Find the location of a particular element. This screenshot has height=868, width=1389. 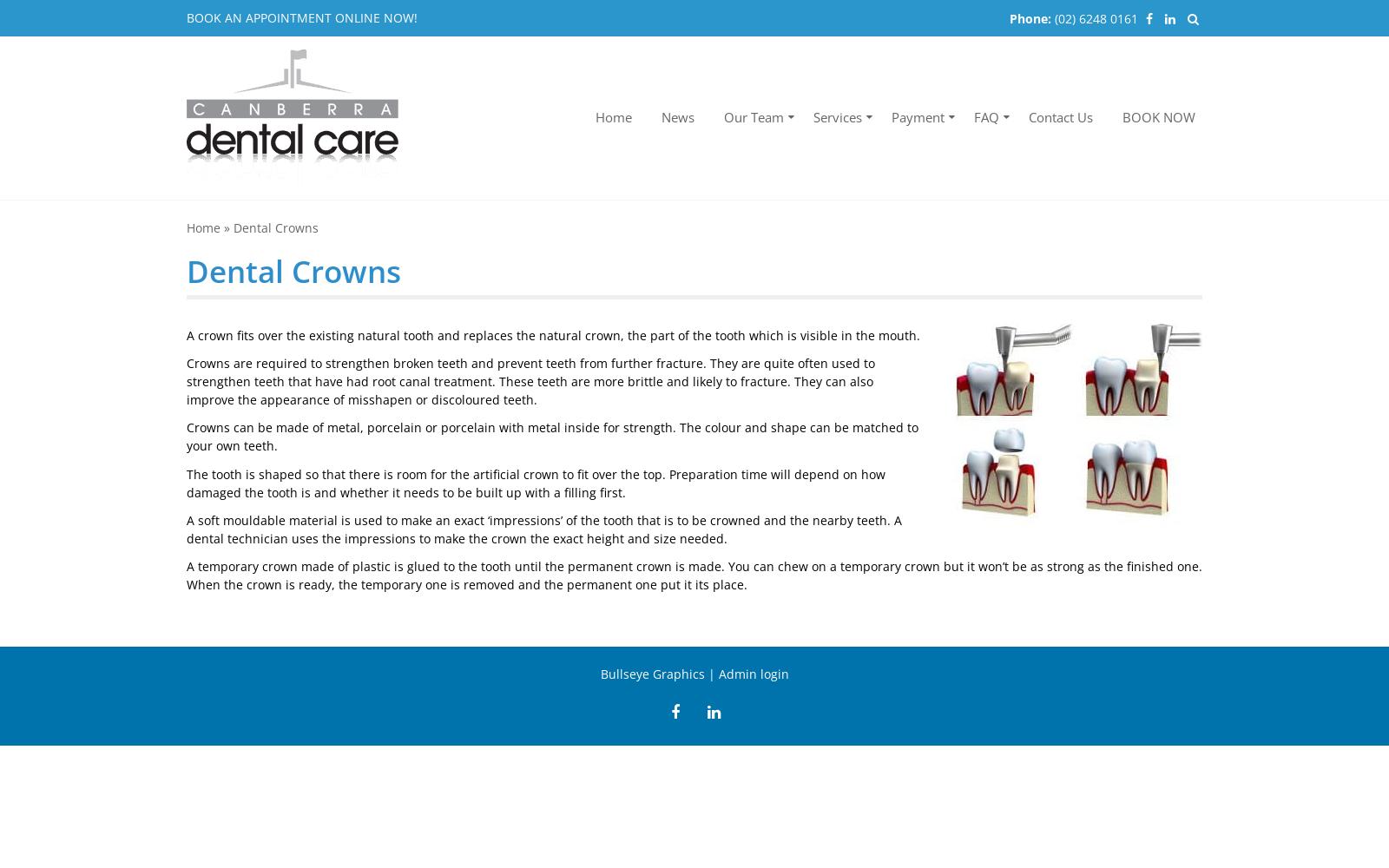

'(02) 6248 0161' is located at coordinates (1096, 17).